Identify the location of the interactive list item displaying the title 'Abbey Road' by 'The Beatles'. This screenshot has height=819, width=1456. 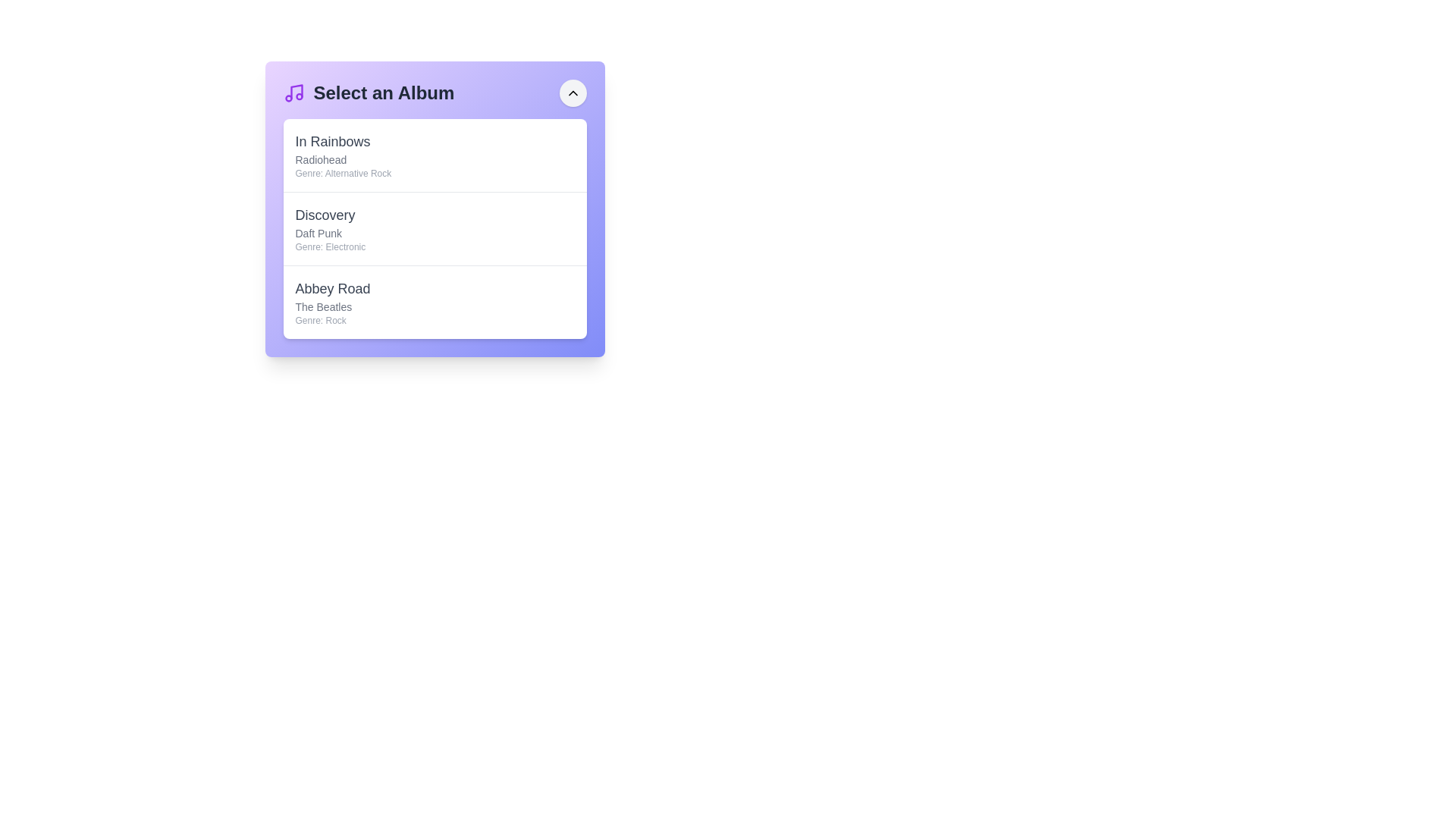
(434, 302).